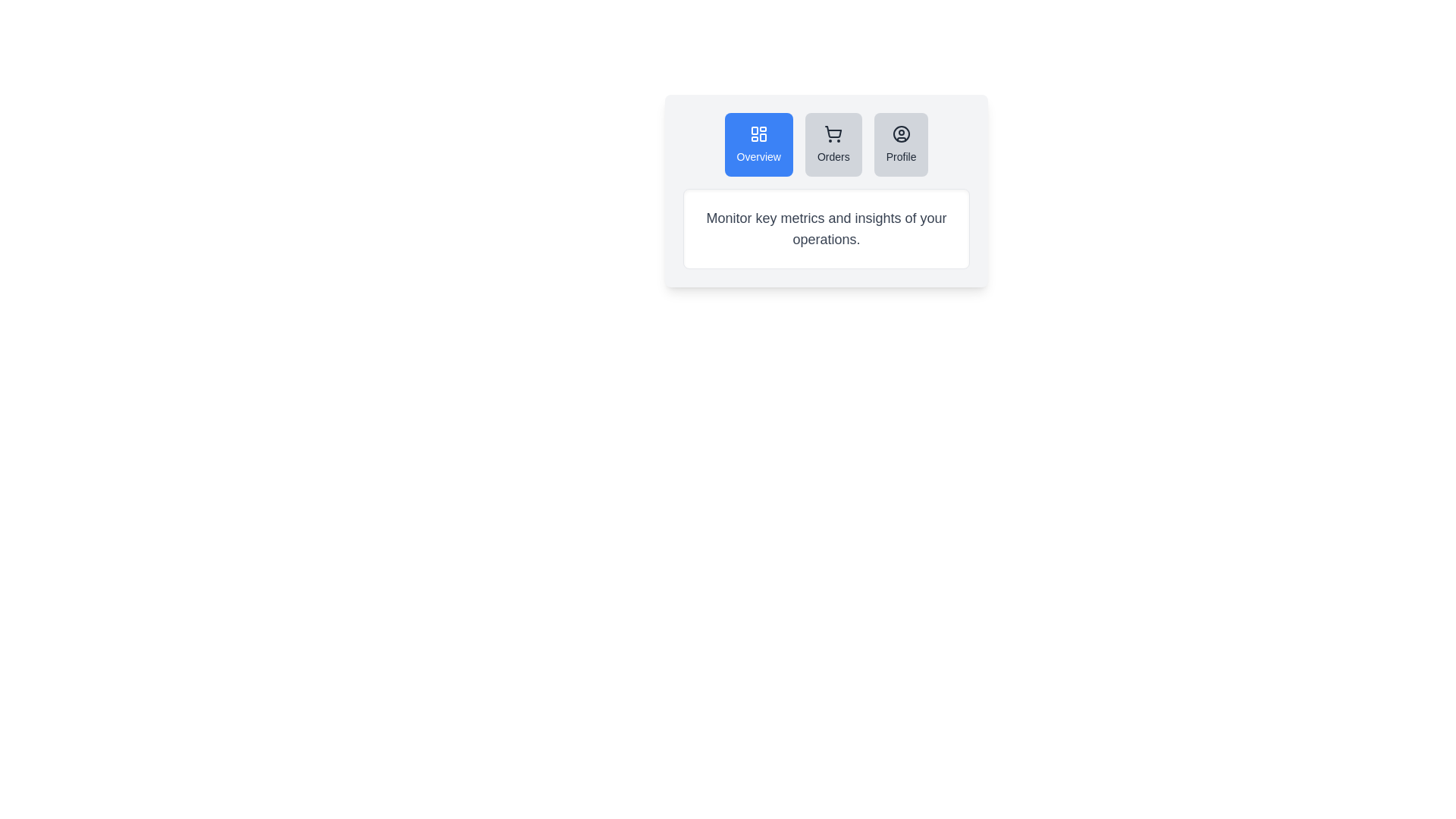  I want to click on the Profile tab, so click(901, 145).